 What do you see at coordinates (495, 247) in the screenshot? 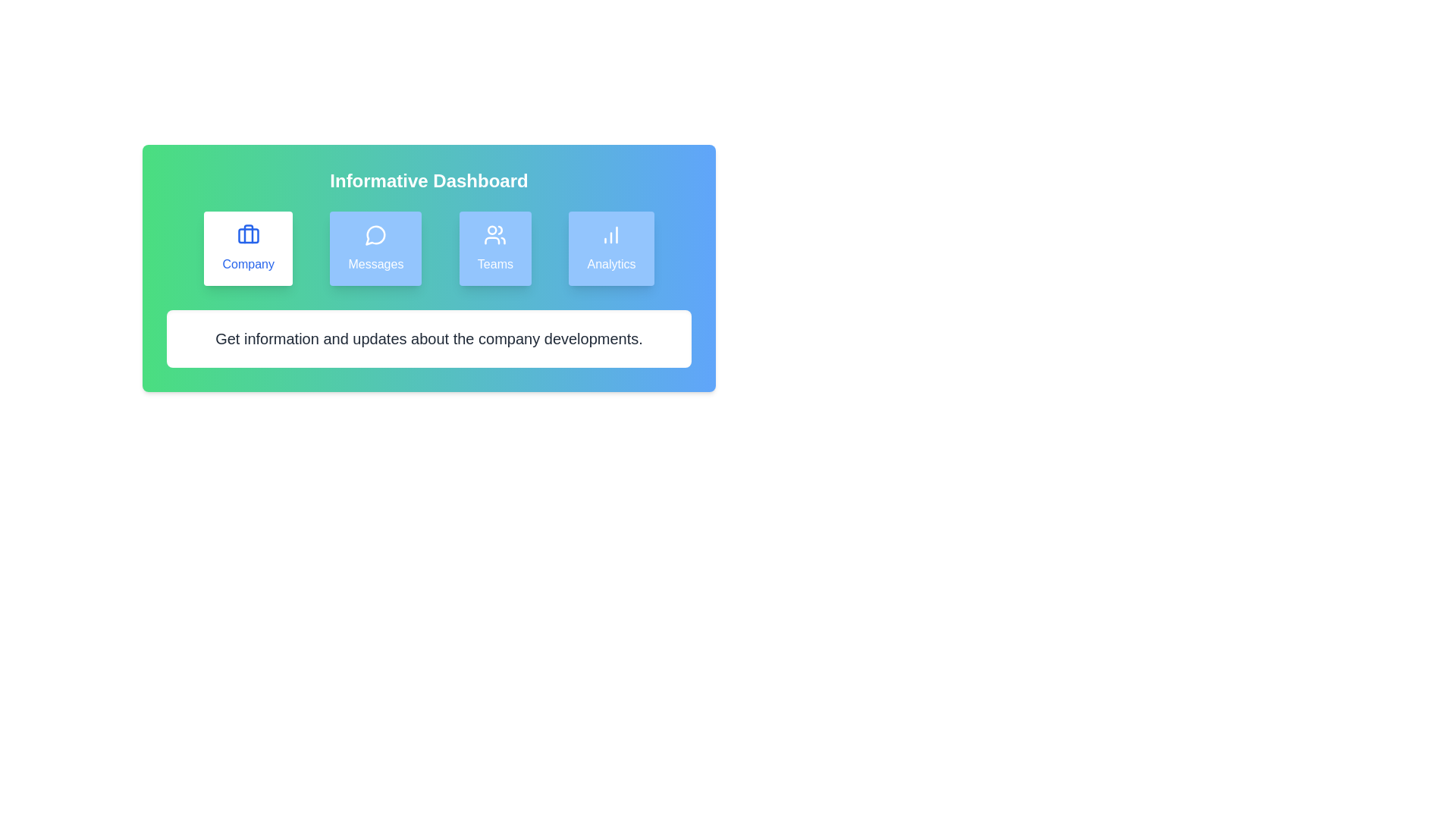
I see `the 'Teams' button, which is the third button from the left in the horizontal layout` at bounding box center [495, 247].